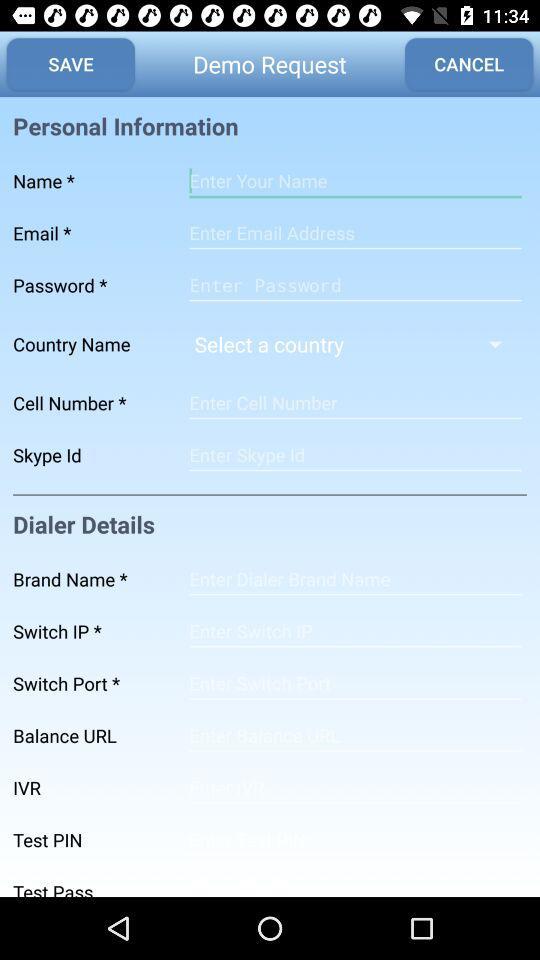 The image size is (540, 960). Describe the element at coordinates (354, 181) in the screenshot. I see `text page` at that location.